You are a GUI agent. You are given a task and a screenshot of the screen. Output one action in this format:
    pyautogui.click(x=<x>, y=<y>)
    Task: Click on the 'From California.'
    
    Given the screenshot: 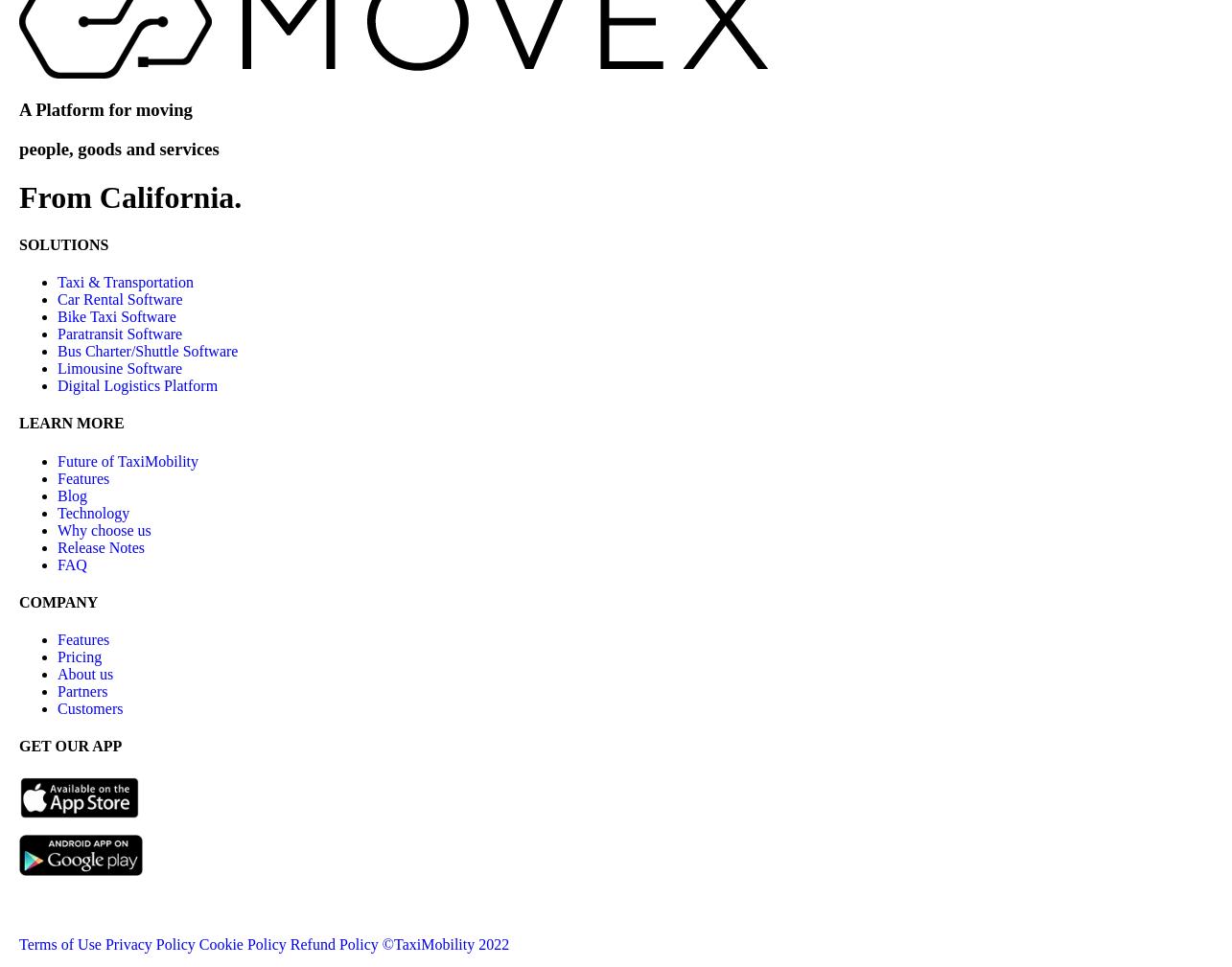 What is the action you would take?
    pyautogui.click(x=129, y=196)
    